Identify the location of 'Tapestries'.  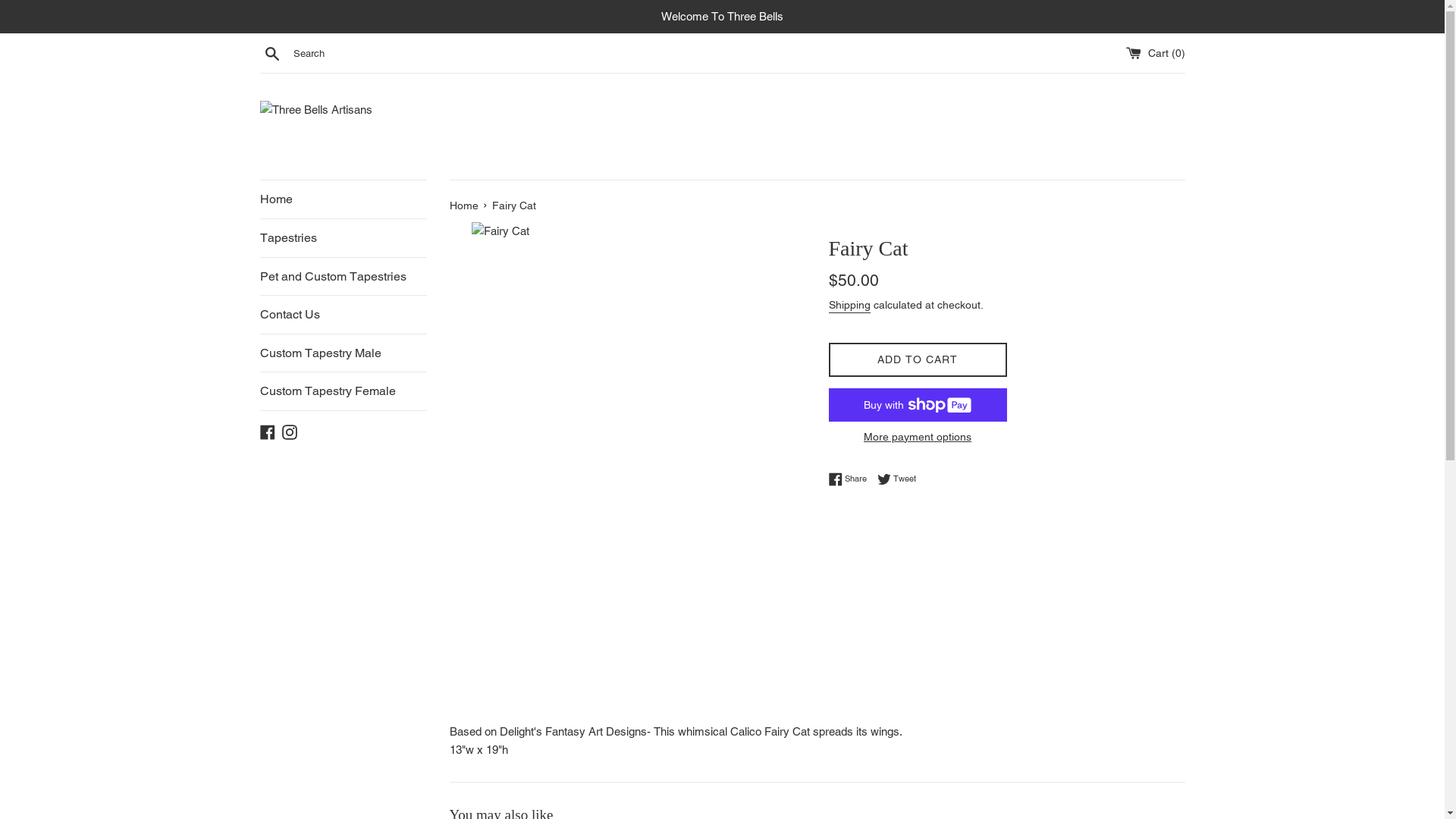
(341, 237).